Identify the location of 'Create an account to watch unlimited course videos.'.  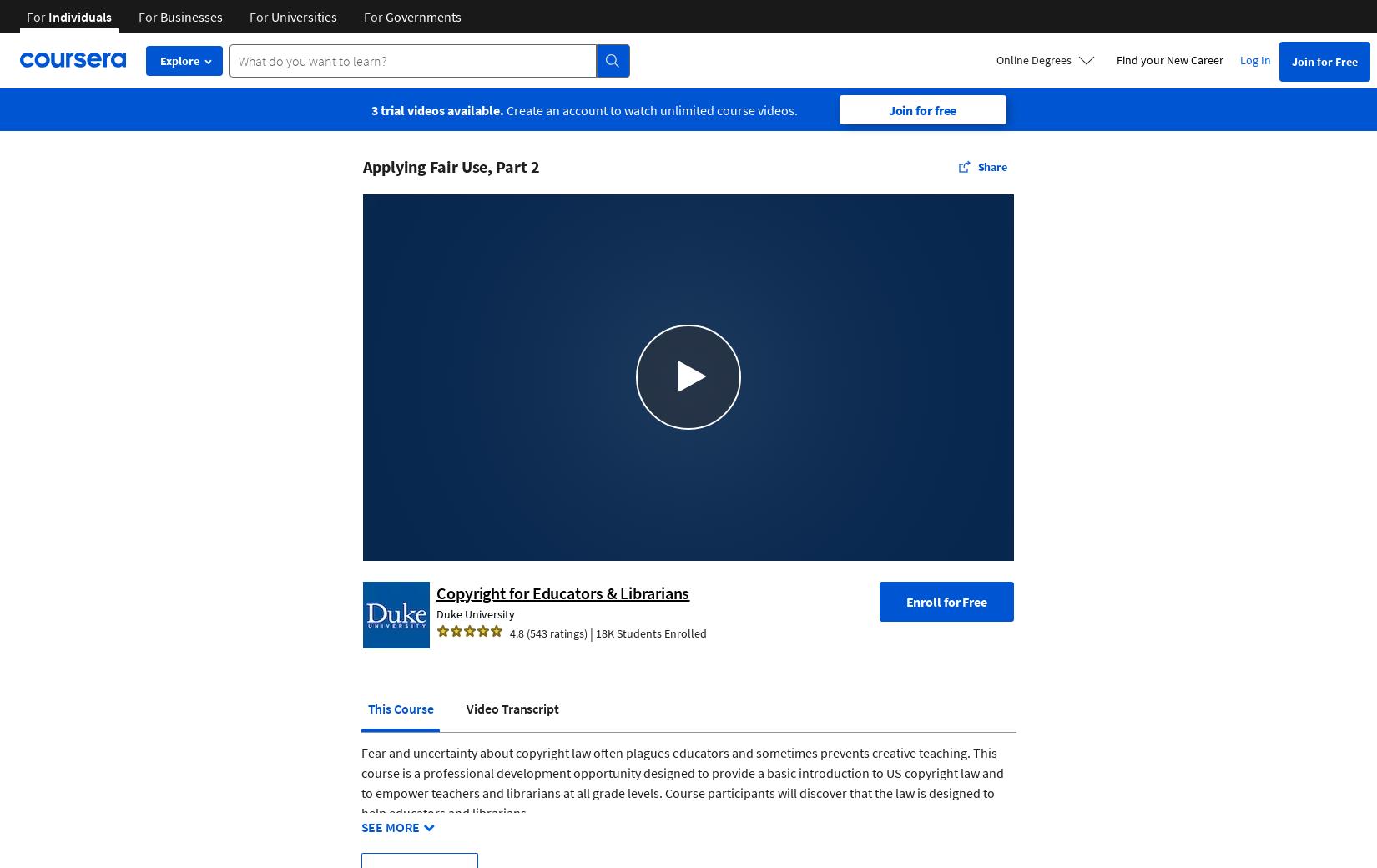
(650, 109).